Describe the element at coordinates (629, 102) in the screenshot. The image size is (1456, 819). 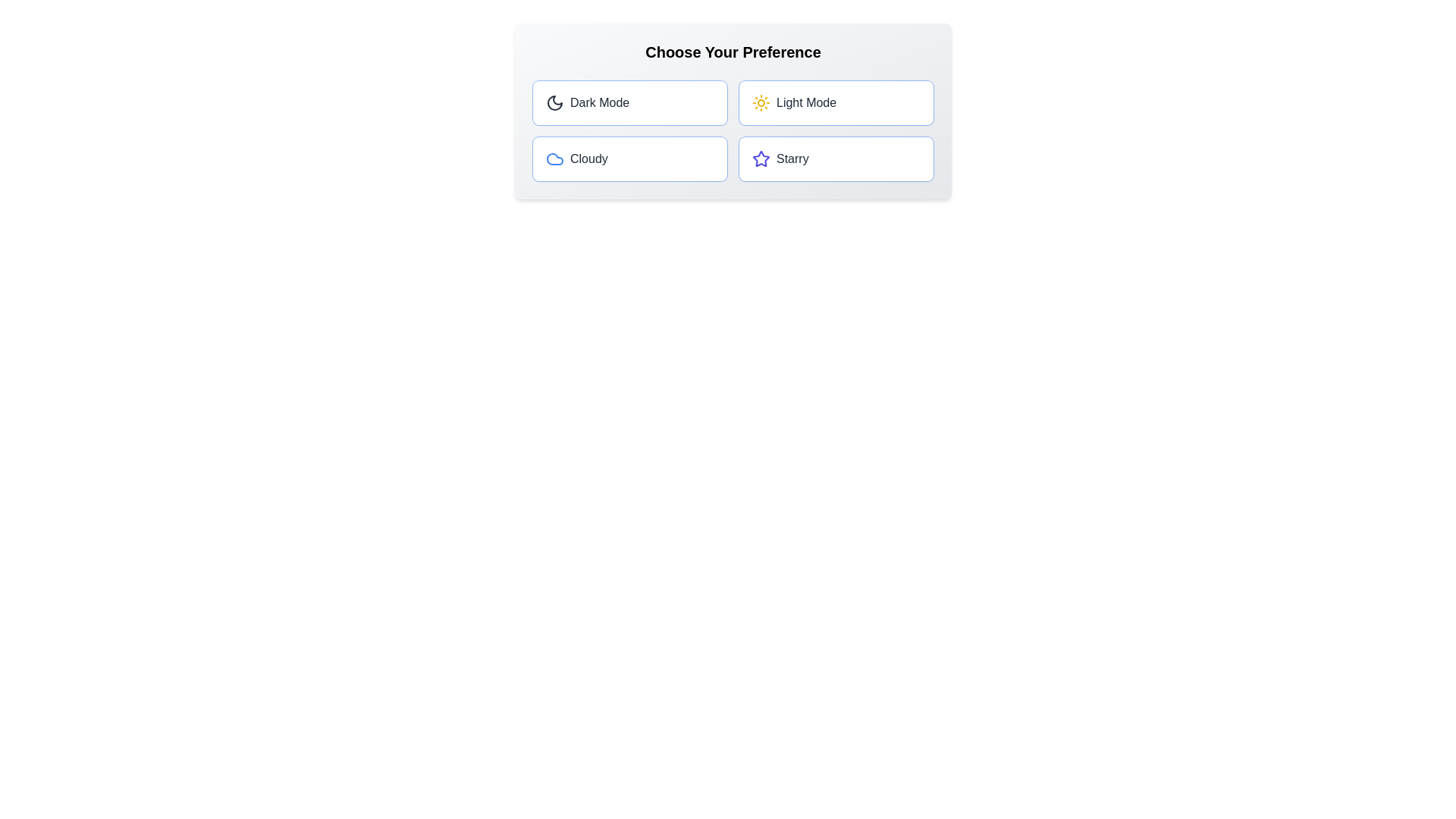
I see `the toggle button located at the top-left corner of the grid layout` at that location.